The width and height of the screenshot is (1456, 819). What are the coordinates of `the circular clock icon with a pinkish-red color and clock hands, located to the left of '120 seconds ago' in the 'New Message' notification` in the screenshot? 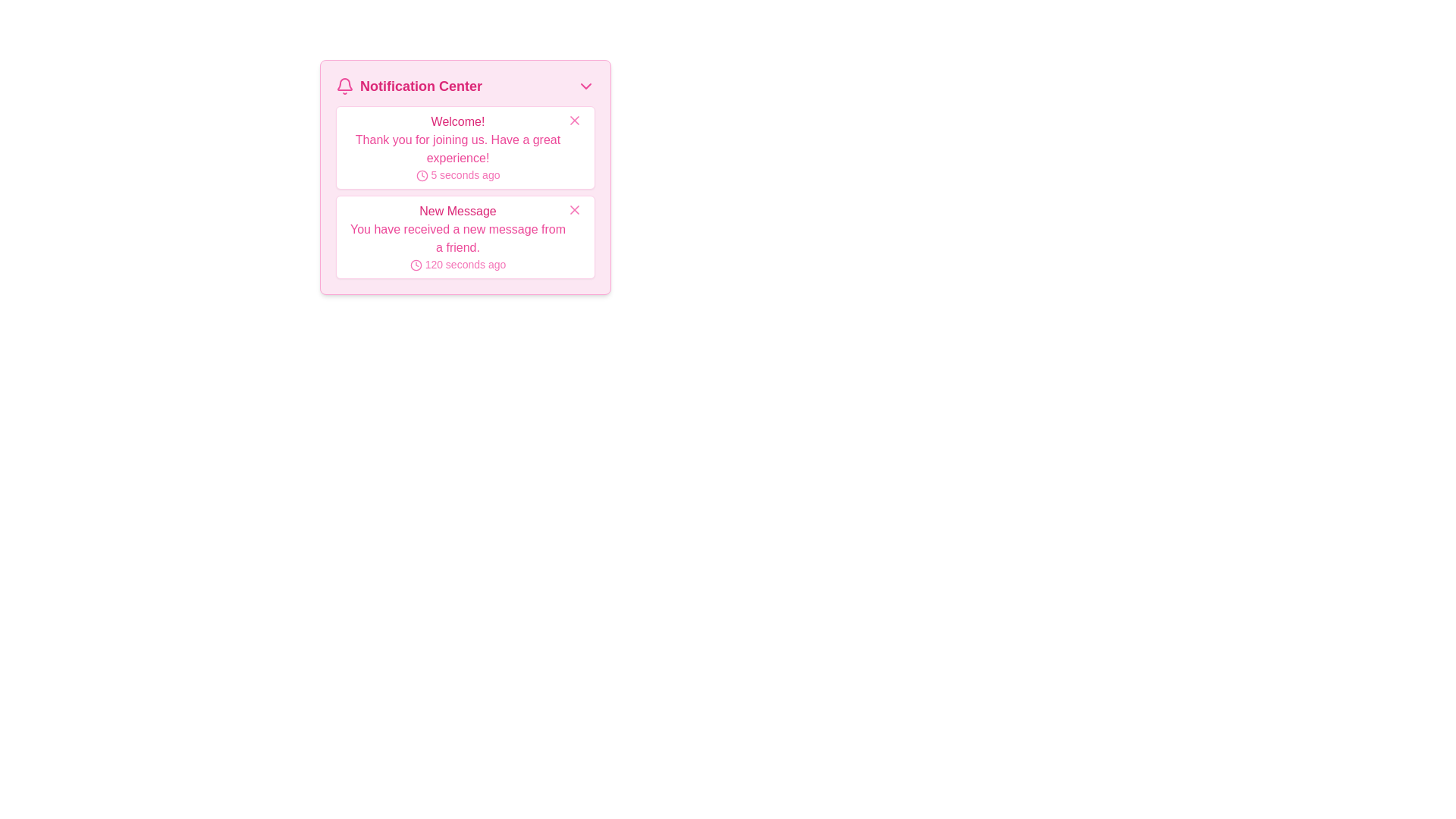 It's located at (416, 265).